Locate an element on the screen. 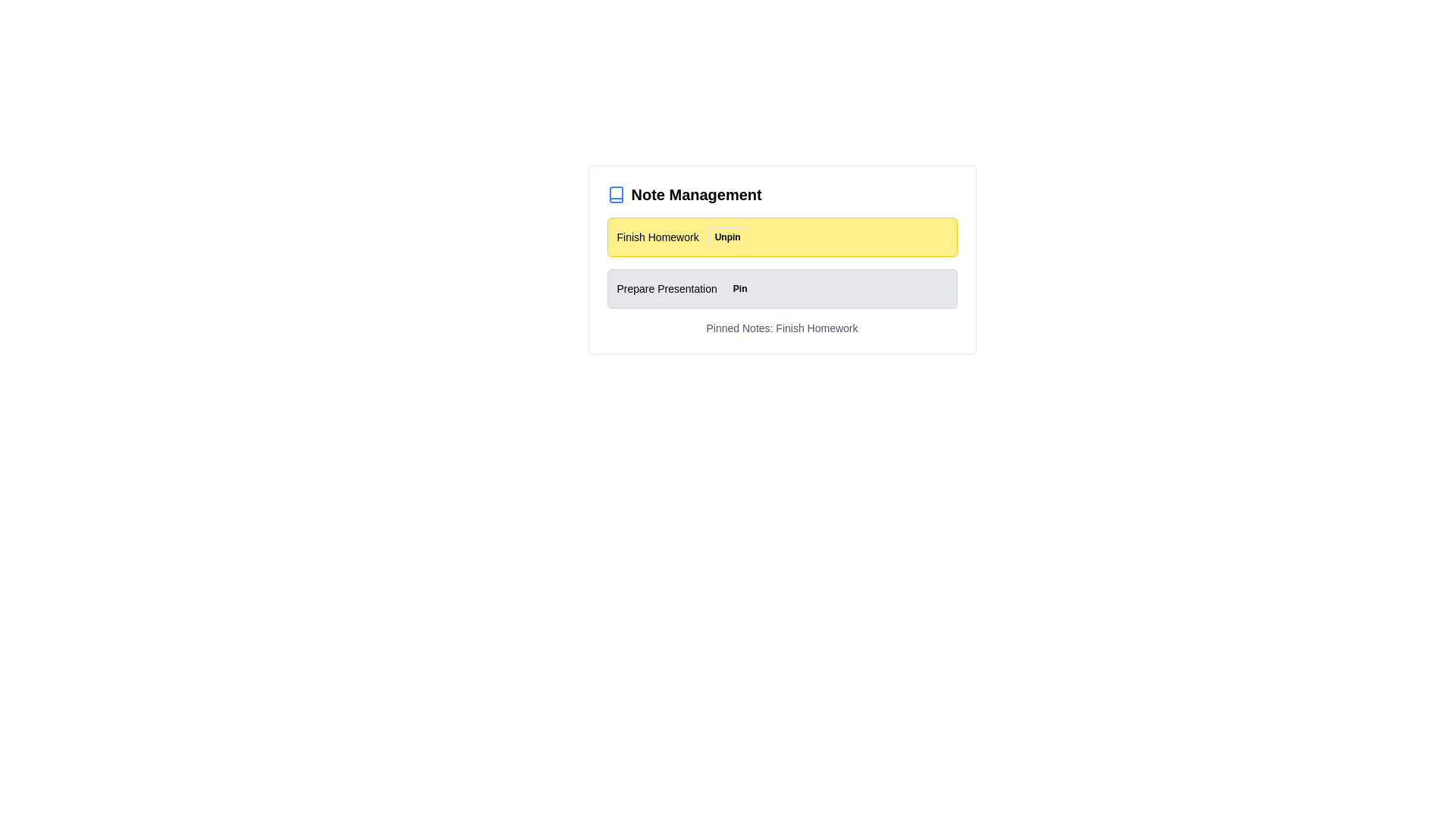 This screenshot has height=819, width=1456. the note labeled 'Prepare Presentation' to observe visual feedback is located at coordinates (667, 289).